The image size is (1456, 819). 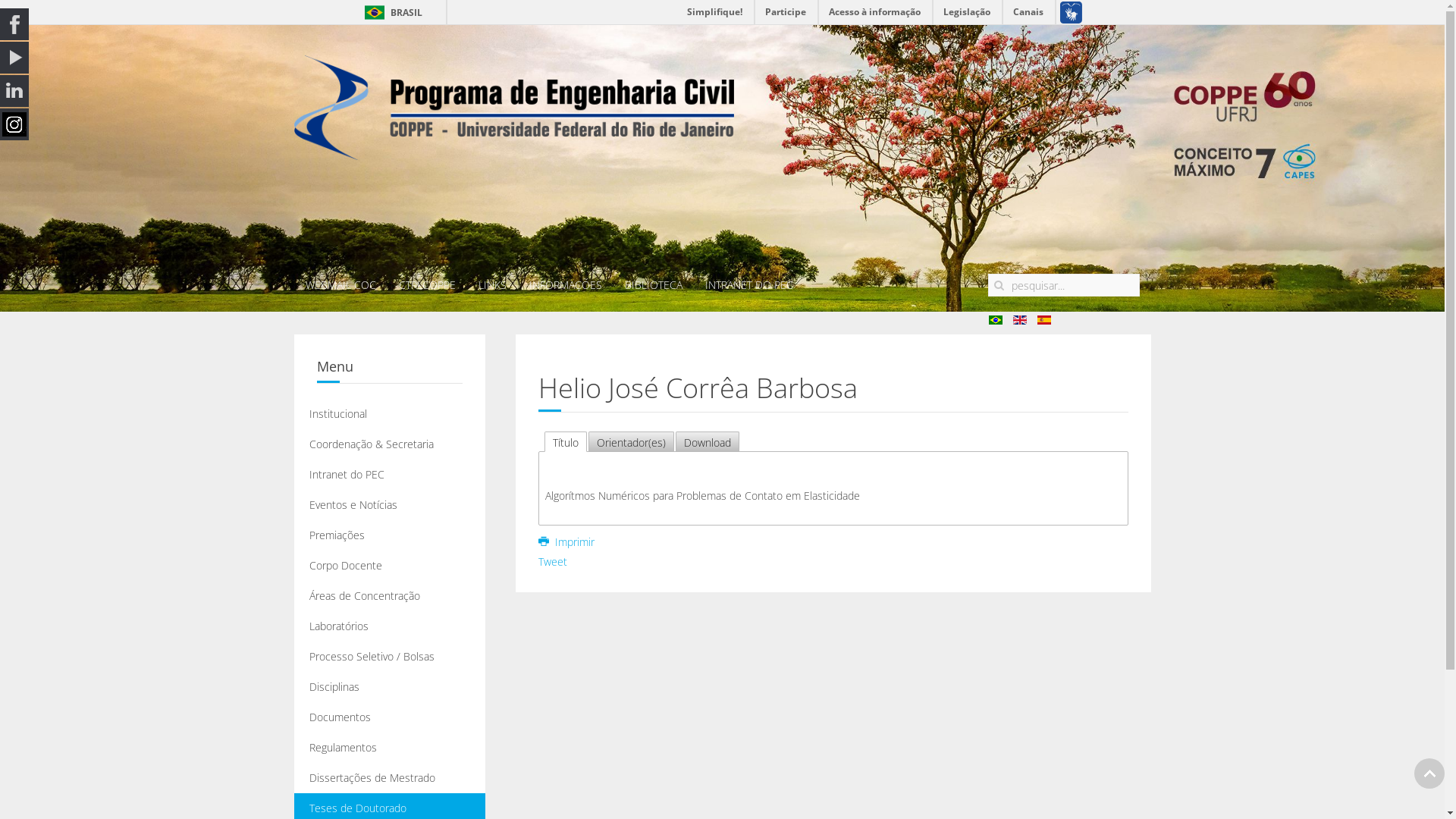 What do you see at coordinates (340, 284) in the screenshot?
I see `'WEBMAIL COC'` at bounding box center [340, 284].